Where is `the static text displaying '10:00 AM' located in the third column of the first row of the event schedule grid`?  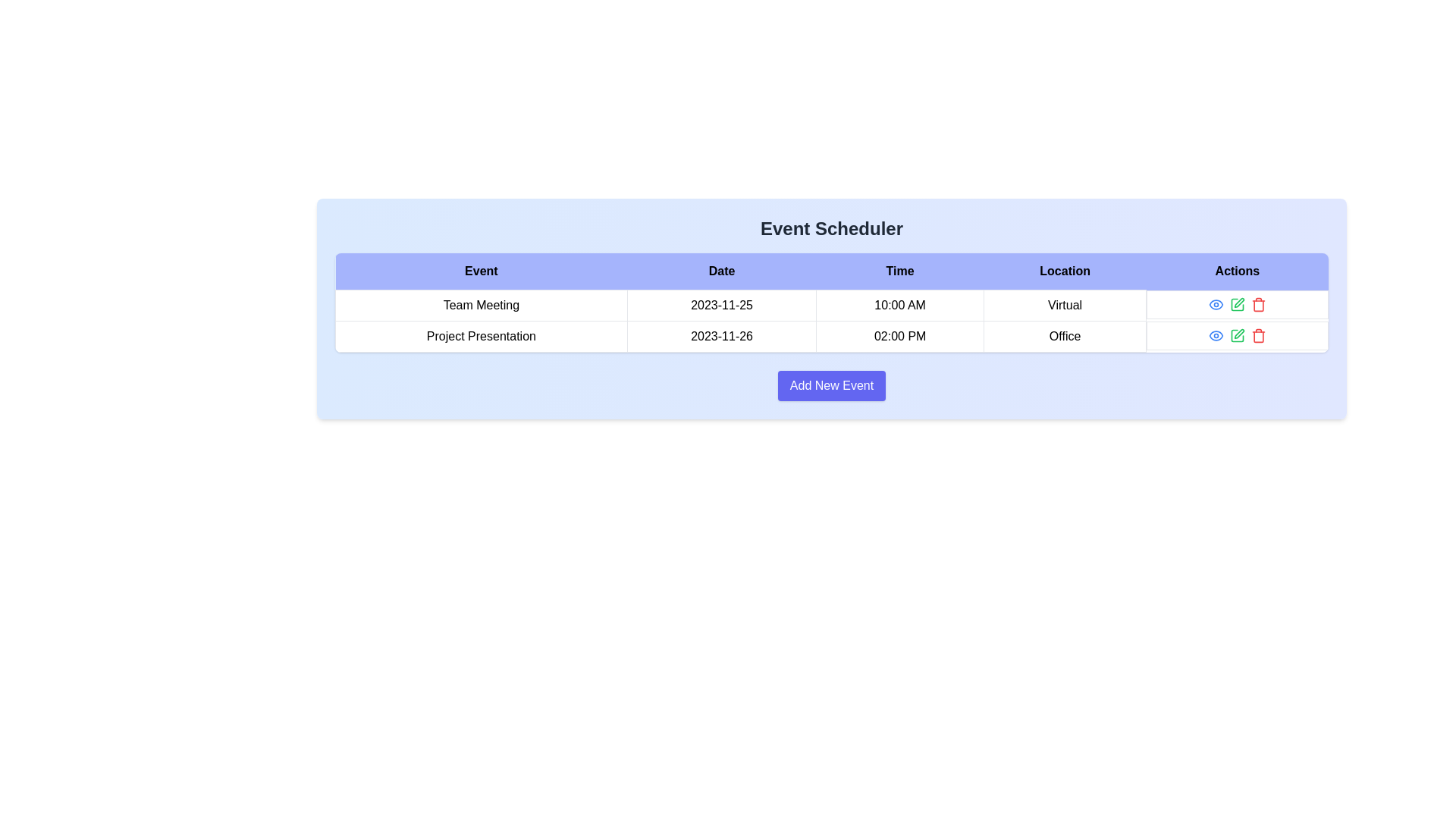 the static text displaying '10:00 AM' located in the third column of the first row of the event schedule grid is located at coordinates (900, 305).